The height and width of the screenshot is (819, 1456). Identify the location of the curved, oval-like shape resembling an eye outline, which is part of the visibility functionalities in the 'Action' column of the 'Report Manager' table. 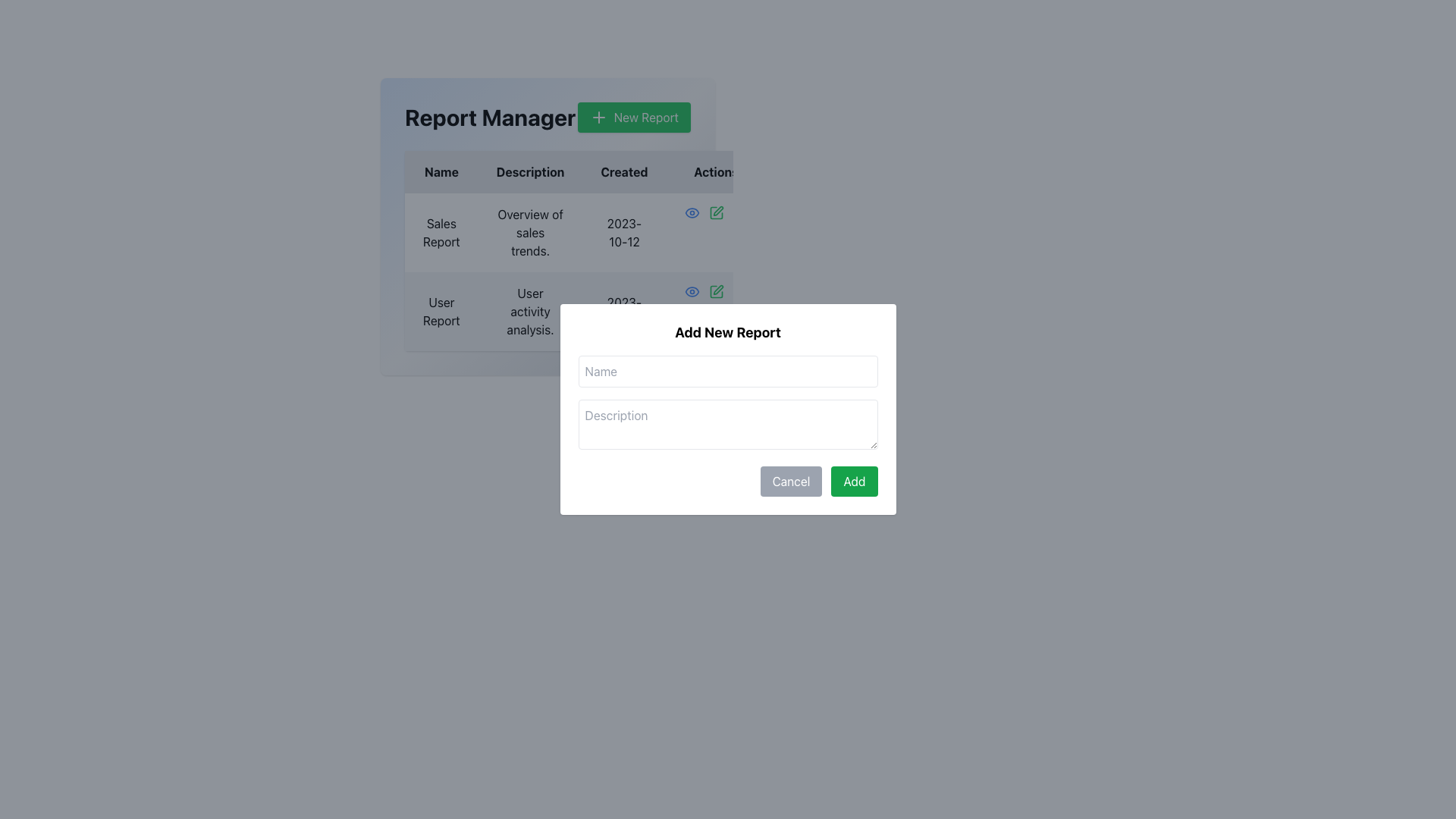
(691, 292).